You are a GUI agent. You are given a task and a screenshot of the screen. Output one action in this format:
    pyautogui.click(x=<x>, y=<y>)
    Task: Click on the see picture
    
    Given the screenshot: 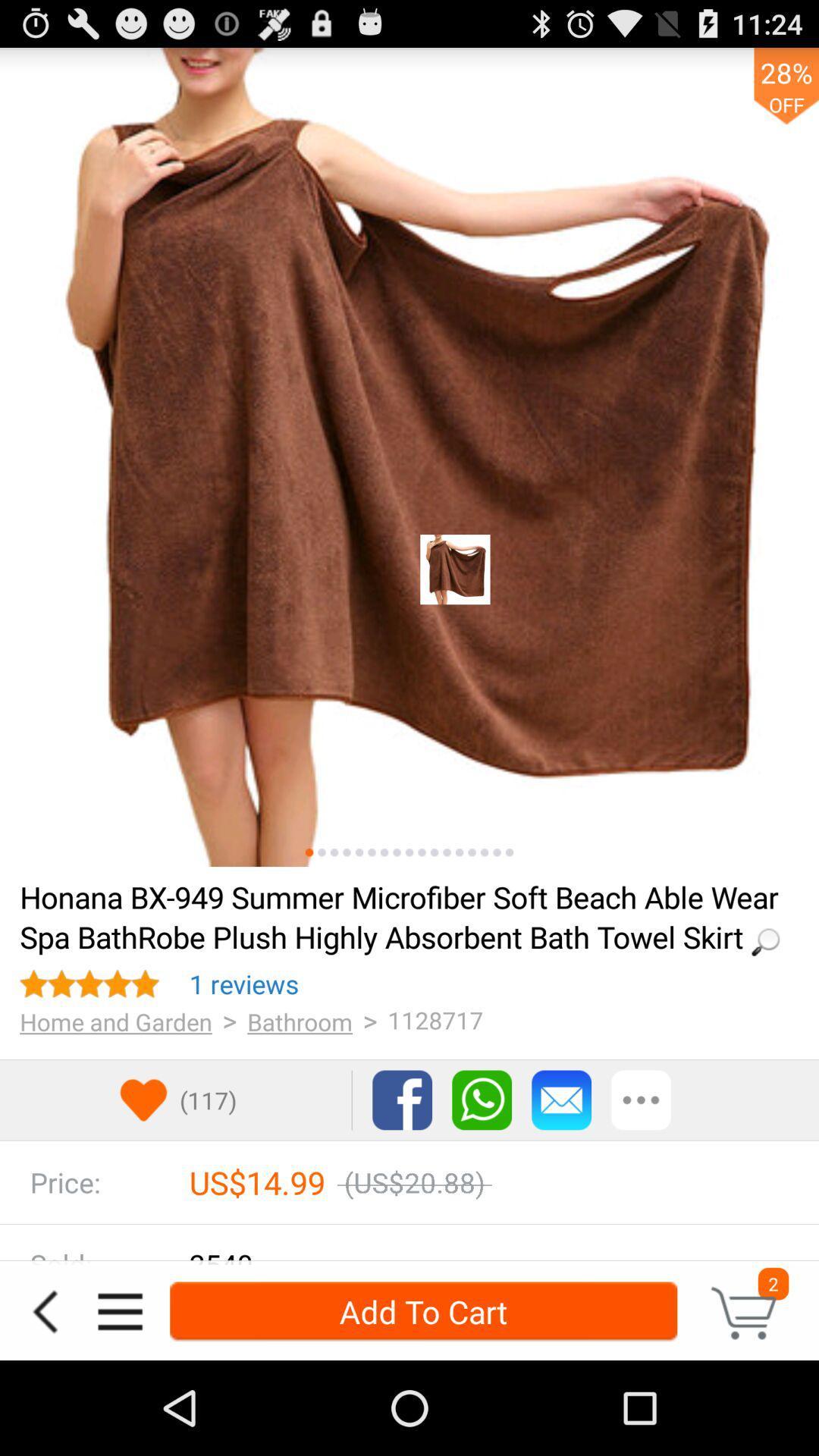 What is the action you would take?
    pyautogui.click(x=471, y=852)
    